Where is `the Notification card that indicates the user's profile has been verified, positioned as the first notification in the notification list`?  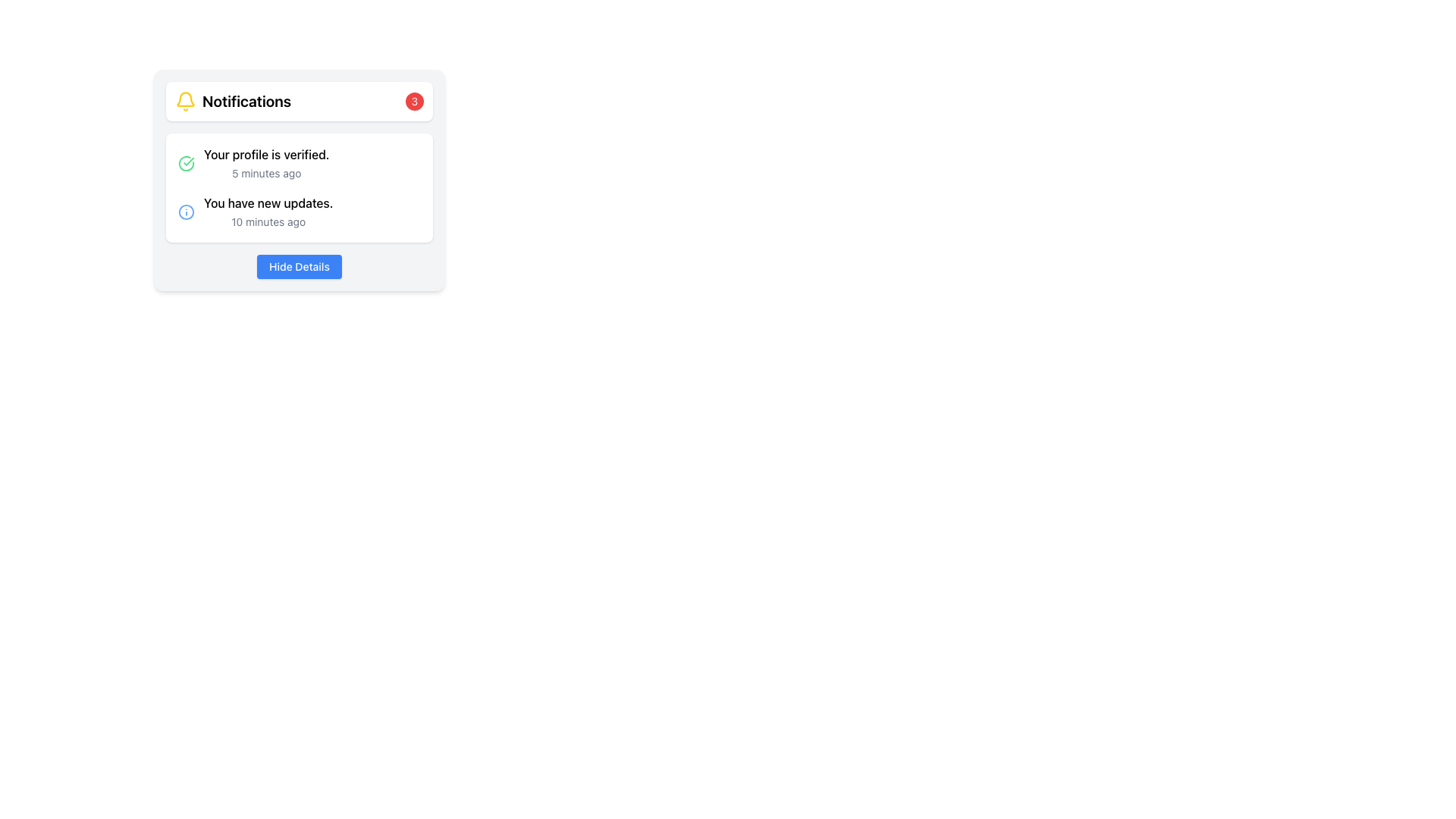 the Notification card that indicates the user's profile has been verified, positioned as the first notification in the notification list is located at coordinates (299, 164).